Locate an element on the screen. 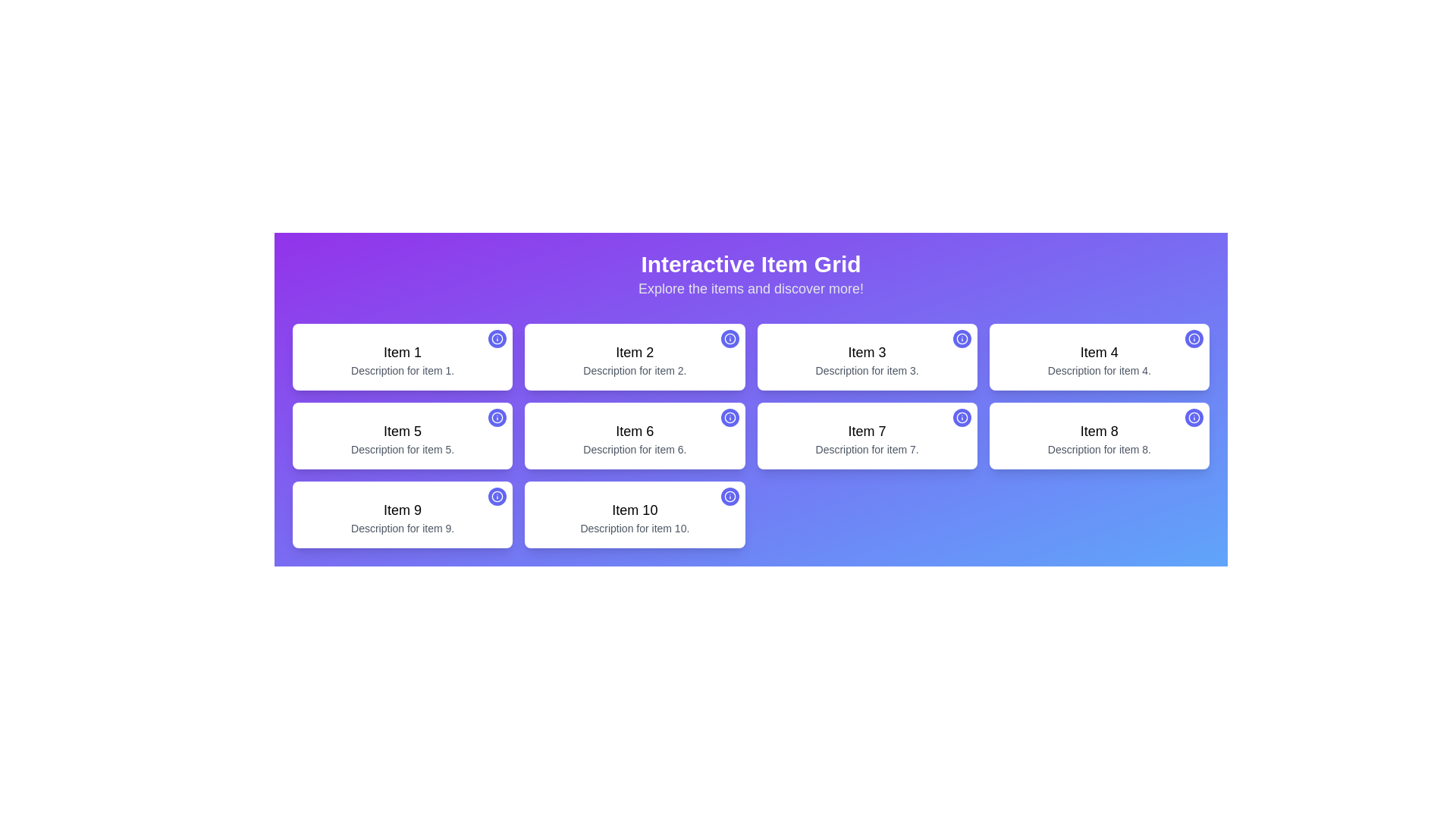 The width and height of the screenshot is (1456, 819). the Card with additional details button that displays 'Item 10' and has an info button in the top-right corner is located at coordinates (635, 513).